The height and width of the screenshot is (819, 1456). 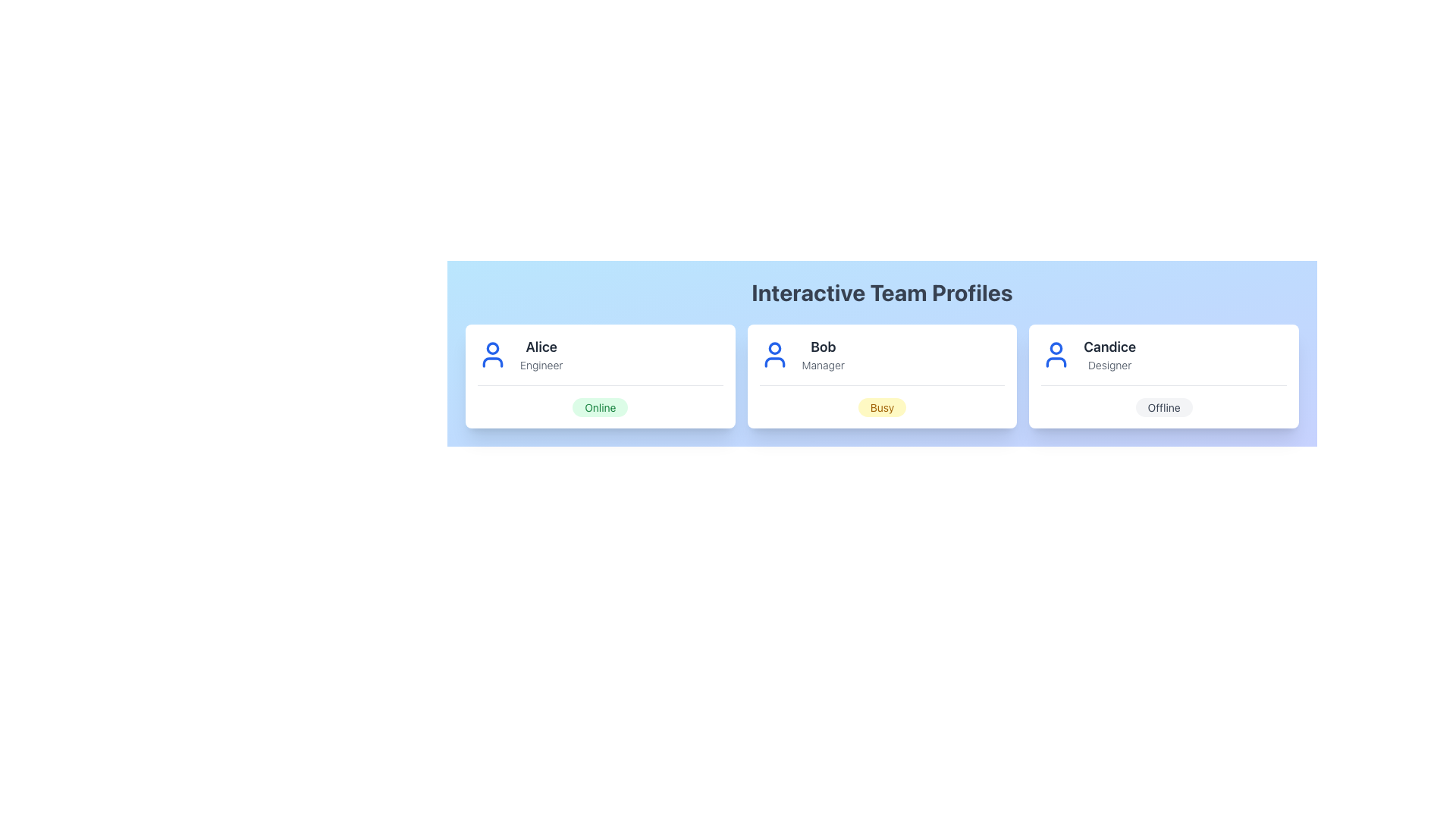 I want to click on the structured user information component that presents details for 'Candice', the 'Designer', so click(x=1163, y=361).